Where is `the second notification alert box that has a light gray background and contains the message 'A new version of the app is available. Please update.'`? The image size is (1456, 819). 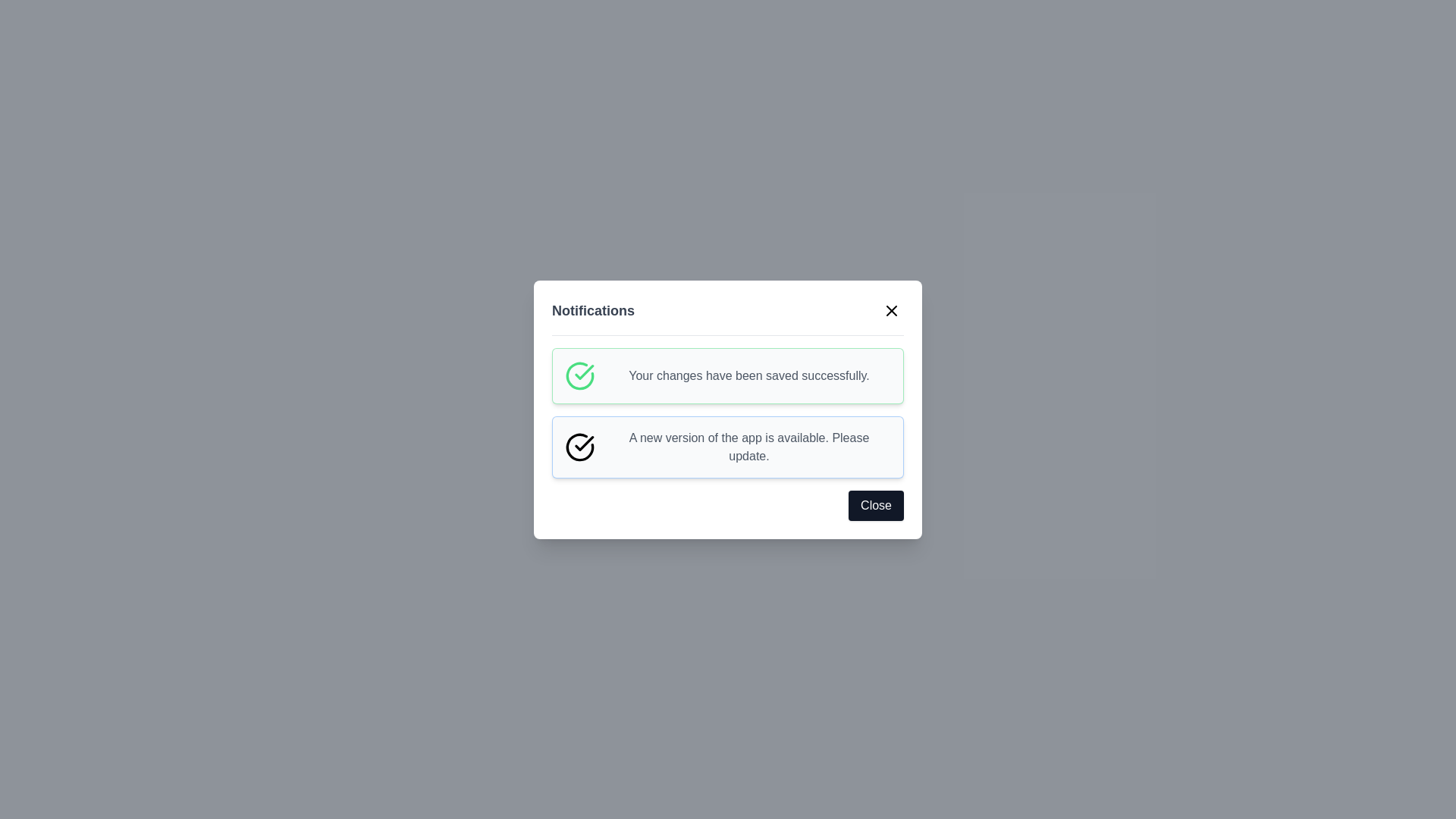 the second notification alert box that has a light gray background and contains the message 'A new version of the app is available. Please update.' is located at coordinates (728, 446).